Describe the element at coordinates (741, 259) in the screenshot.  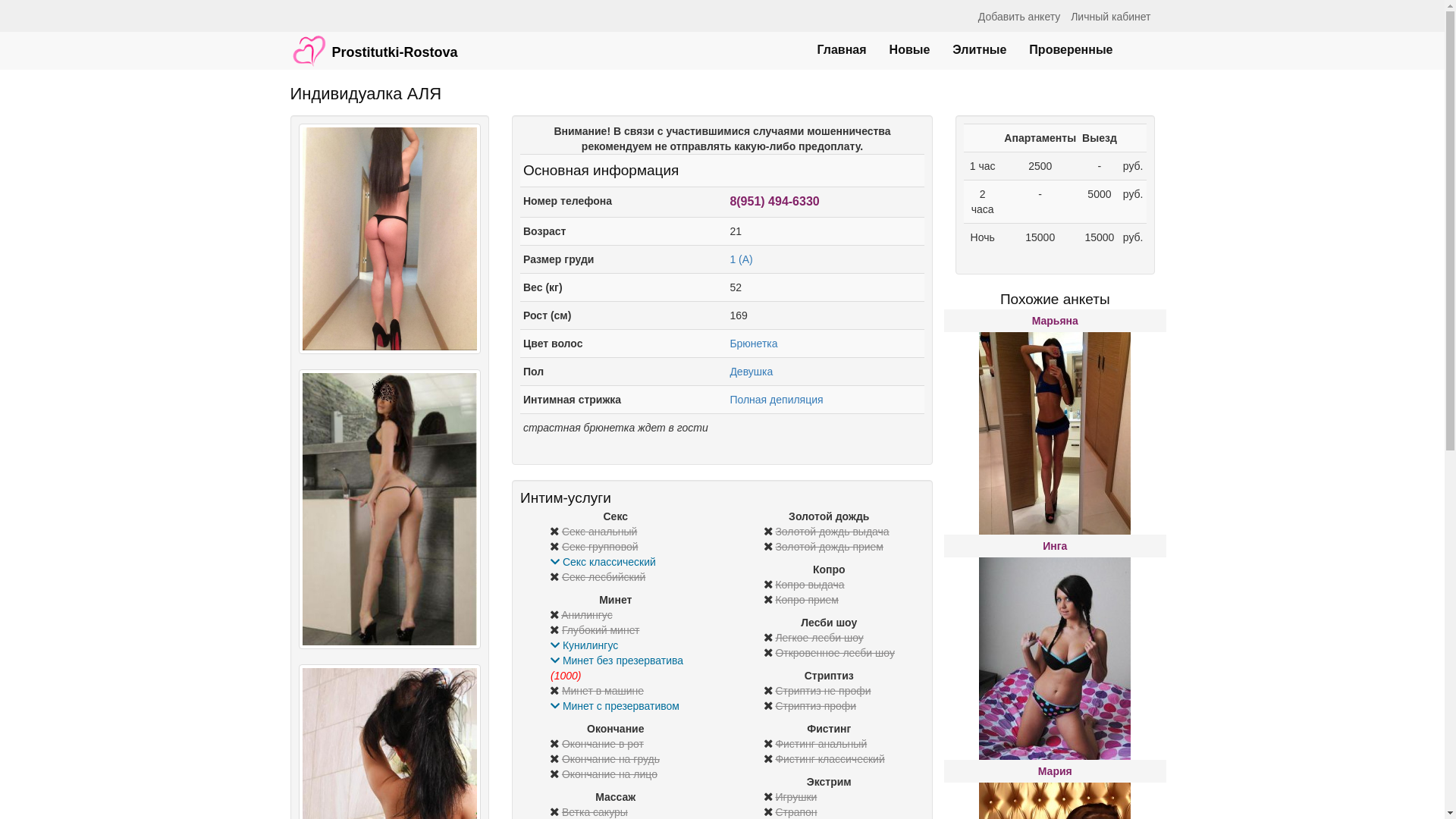
I see `'1 (A)'` at that location.